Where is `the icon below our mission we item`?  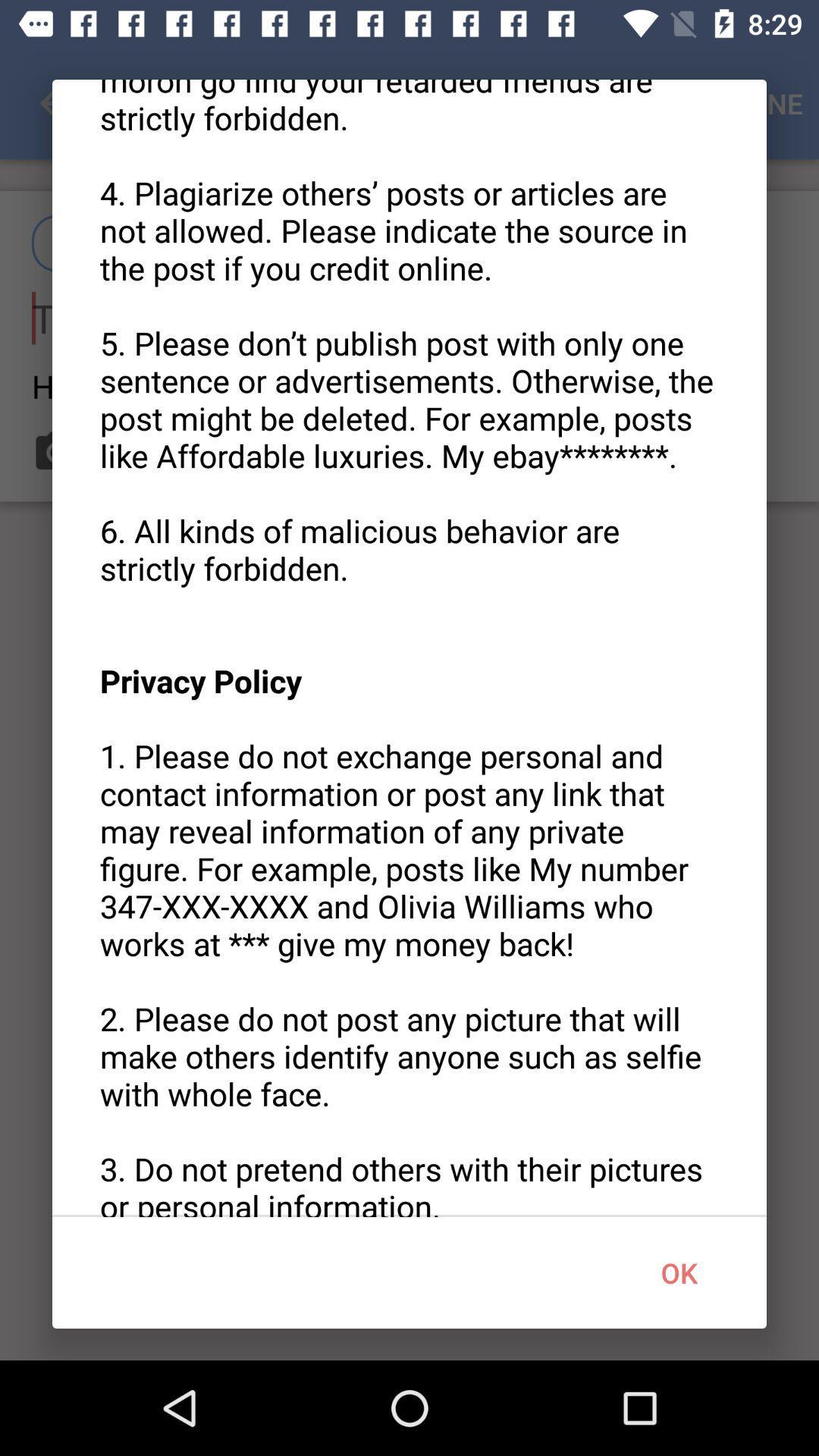
the icon below our mission we item is located at coordinates (678, 1272).